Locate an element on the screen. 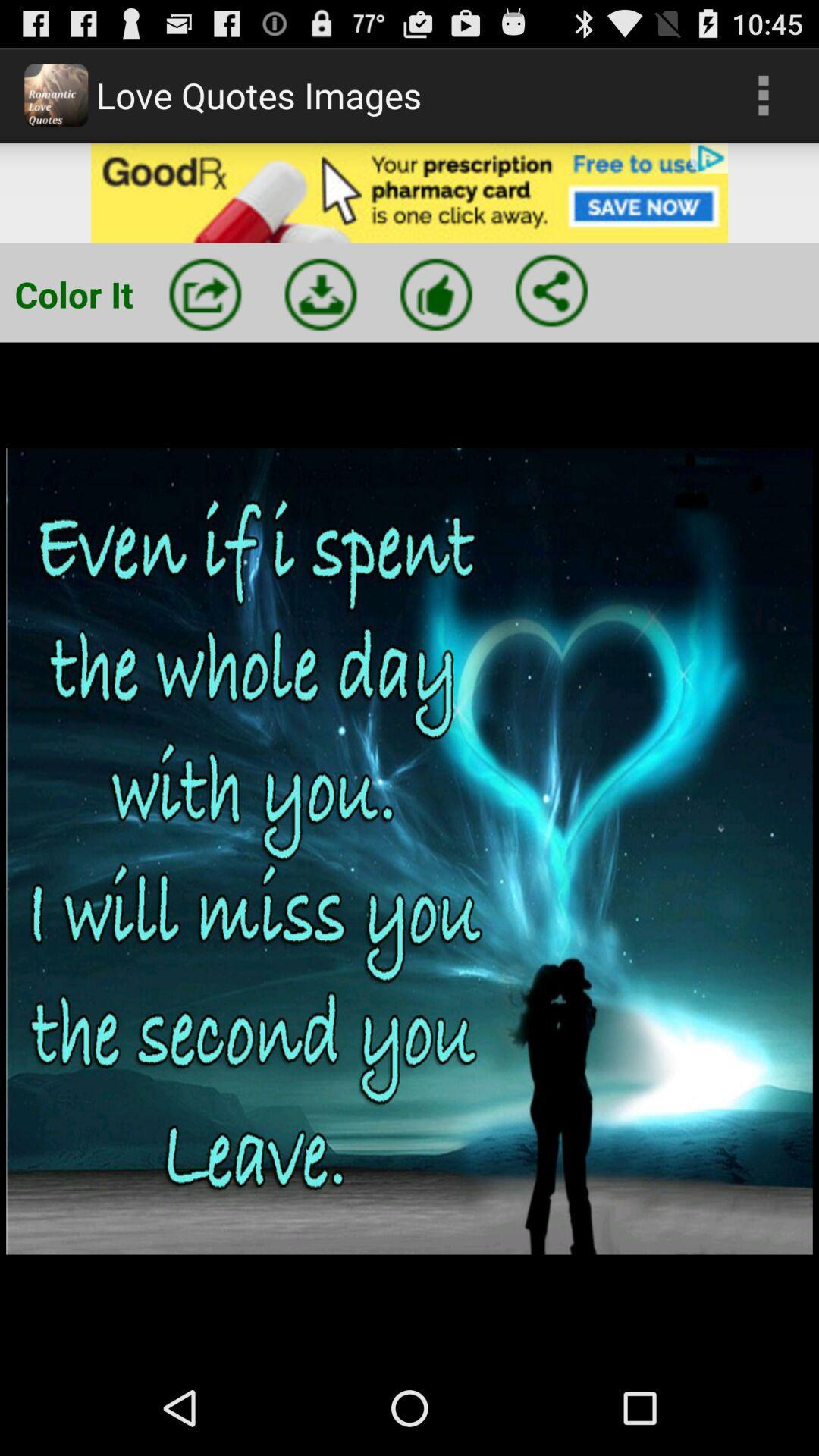 The image size is (819, 1456). the thumbs_up icon is located at coordinates (436, 314).